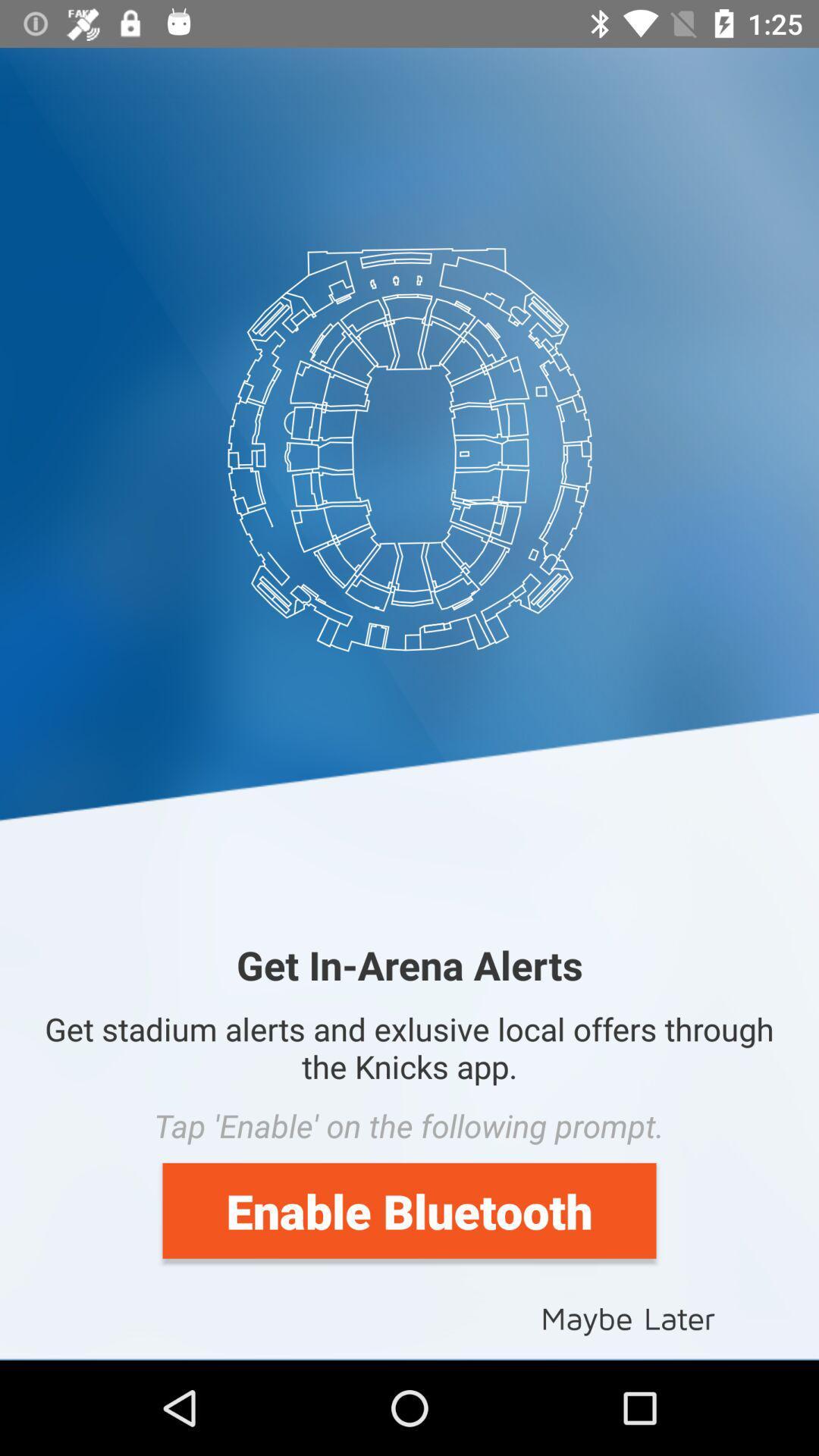 The width and height of the screenshot is (819, 1456). What do you see at coordinates (409, 1210) in the screenshot?
I see `enable bluetooth icon` at bounding box center [409, 1210].